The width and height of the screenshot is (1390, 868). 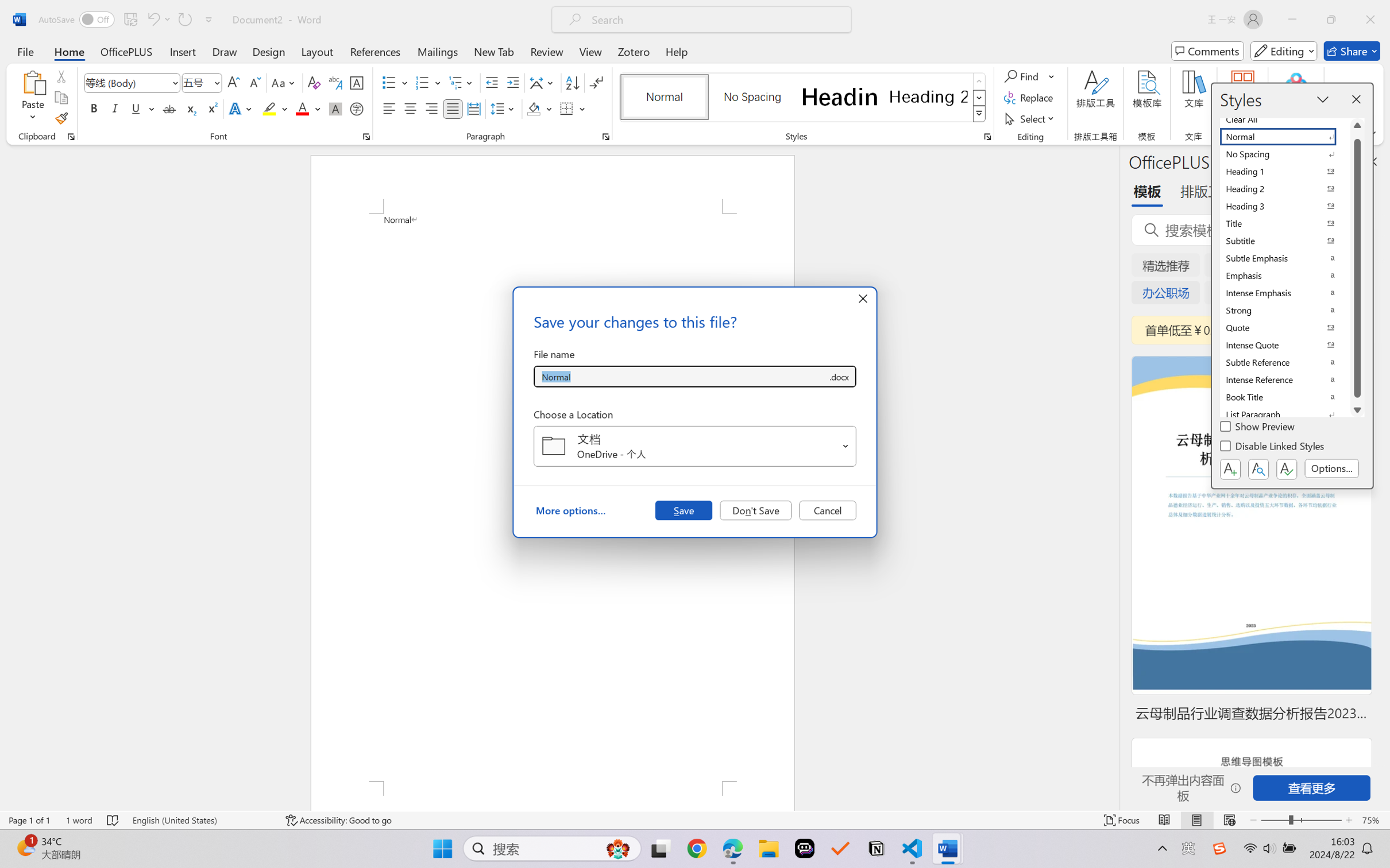 What do you see at coordinates (1292, 19) in the screenshot?
I see `'Minimize'` at bounding box center [1292, 19].